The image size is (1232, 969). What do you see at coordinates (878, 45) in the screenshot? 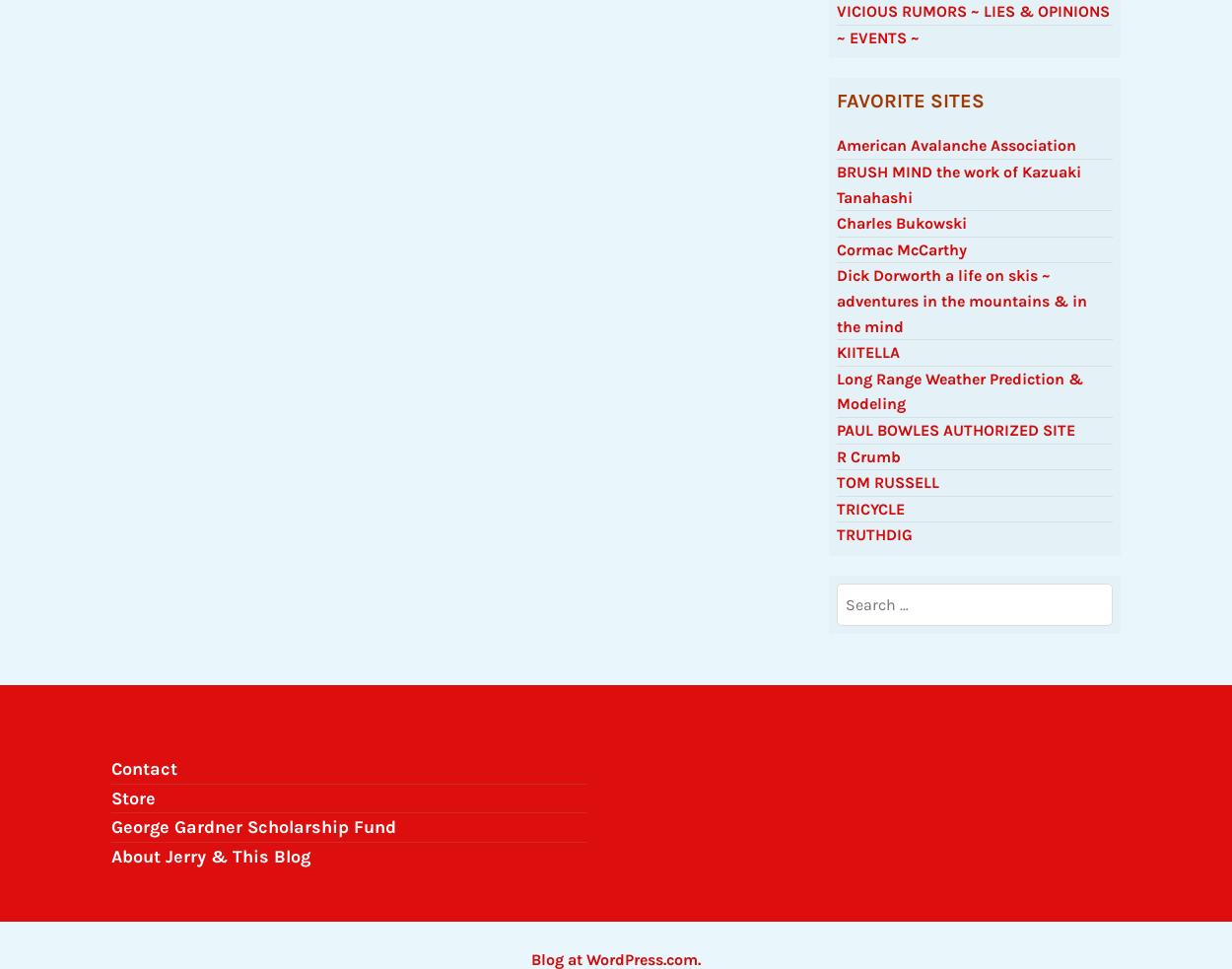
I see `'~ EVENTS ~'` at bounding box center [878, 45].